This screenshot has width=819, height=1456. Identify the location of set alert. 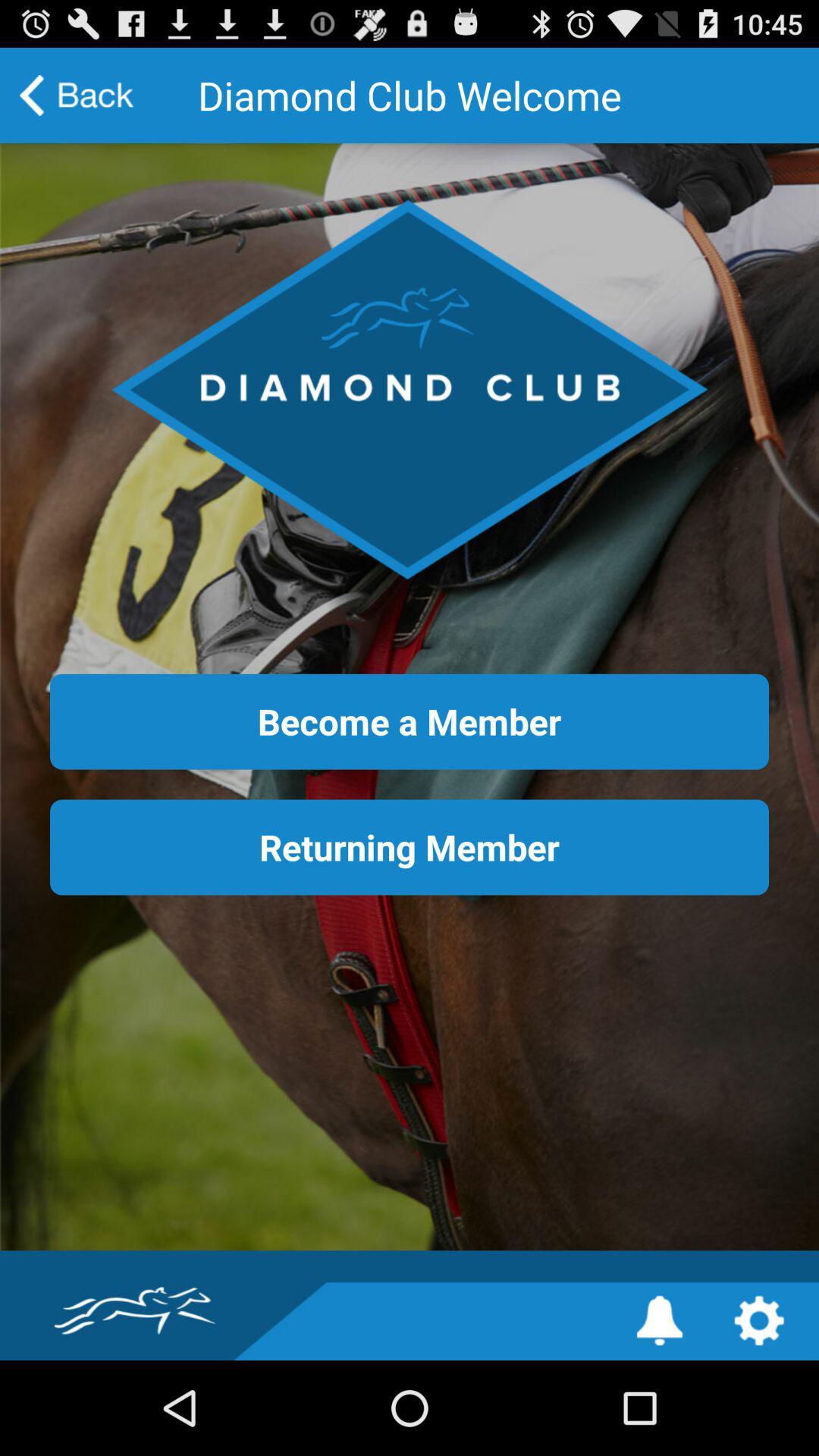
(659, 1319).